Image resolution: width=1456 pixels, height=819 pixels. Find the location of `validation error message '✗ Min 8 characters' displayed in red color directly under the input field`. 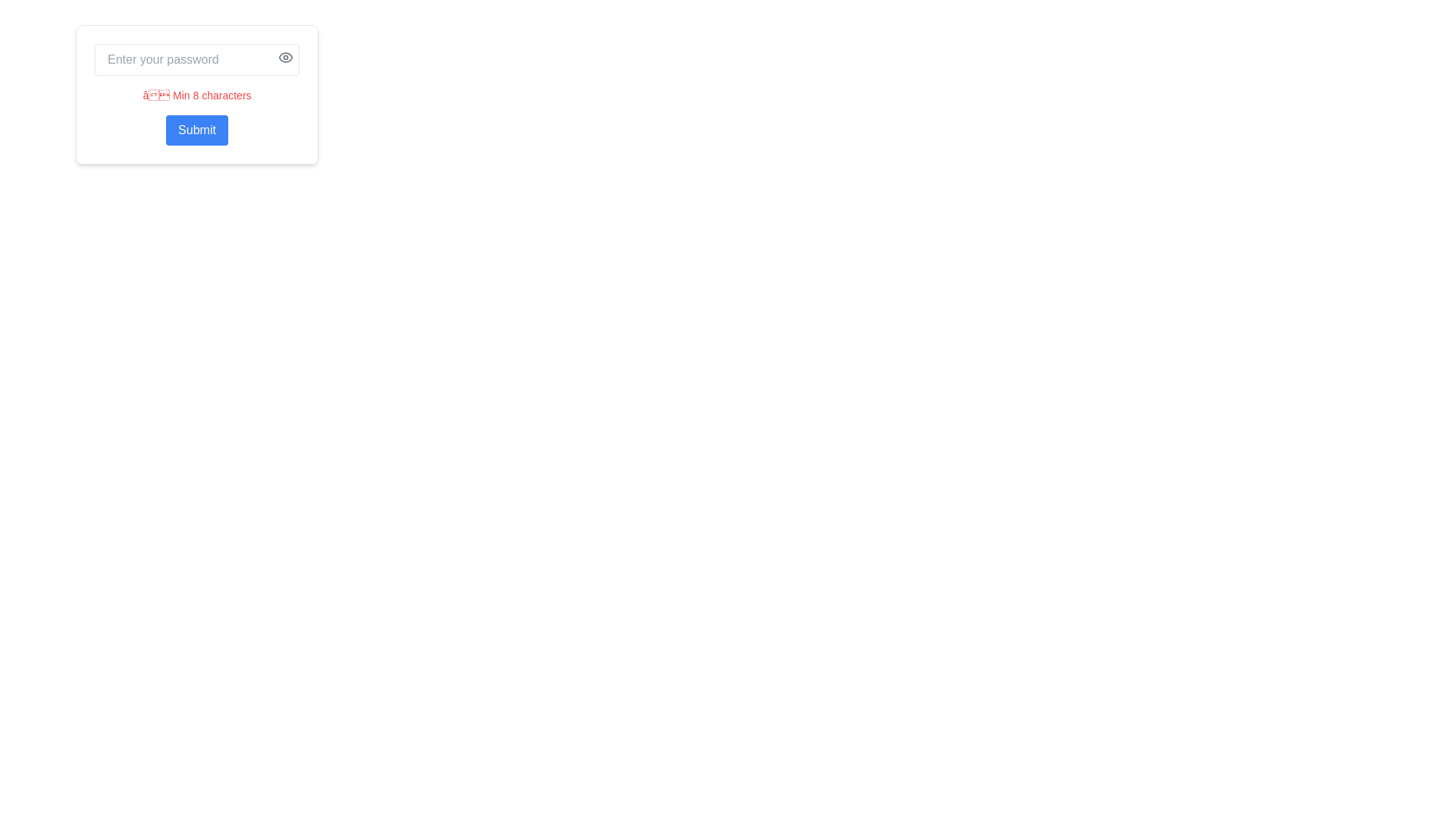

validation error message '✗ Min 8 characters' displayed in red color directly under the input field is located at coordinates (196, 96).